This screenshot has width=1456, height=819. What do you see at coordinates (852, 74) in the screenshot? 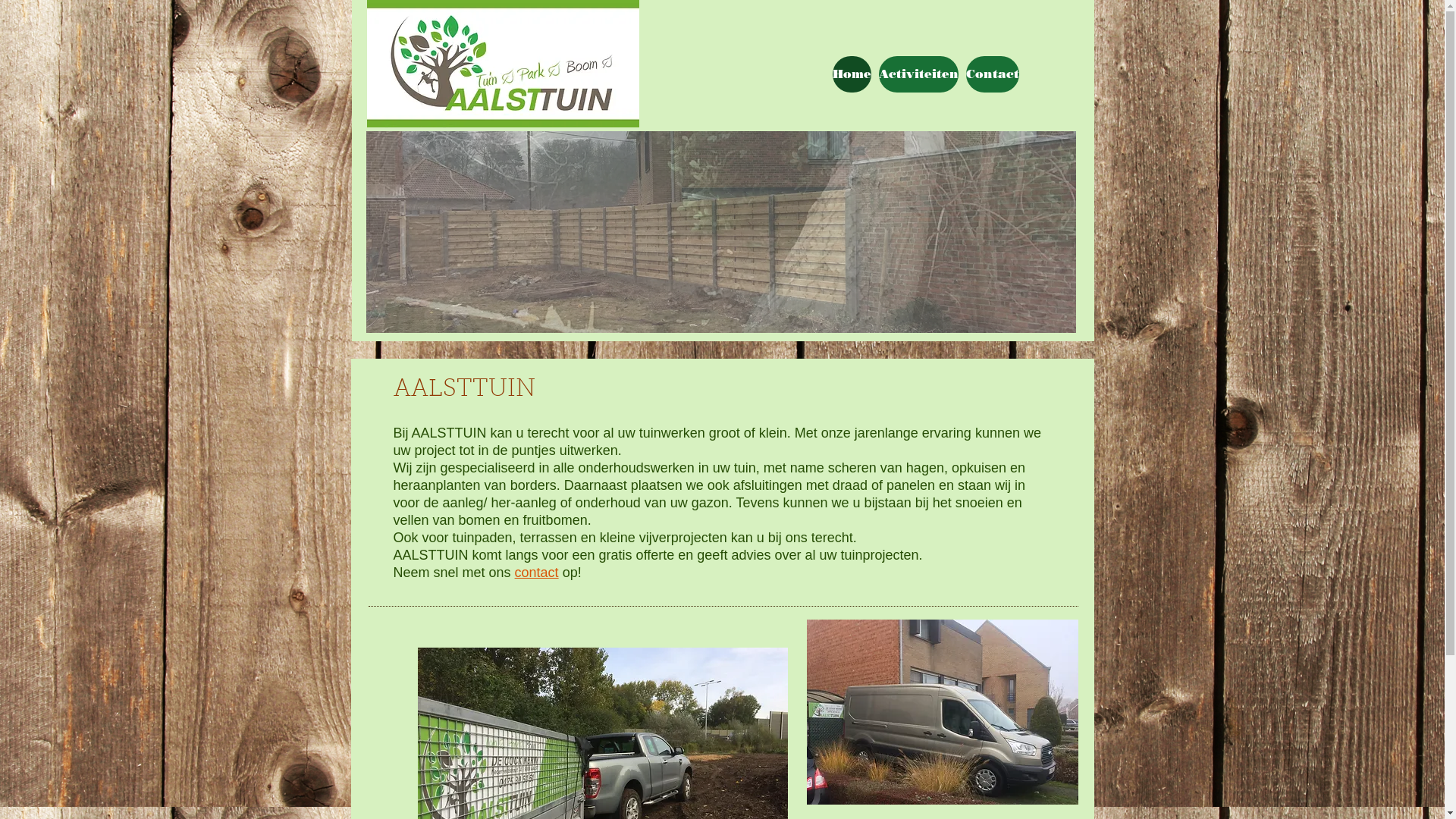
I see `'Home'` at bounding box center [852, 74].